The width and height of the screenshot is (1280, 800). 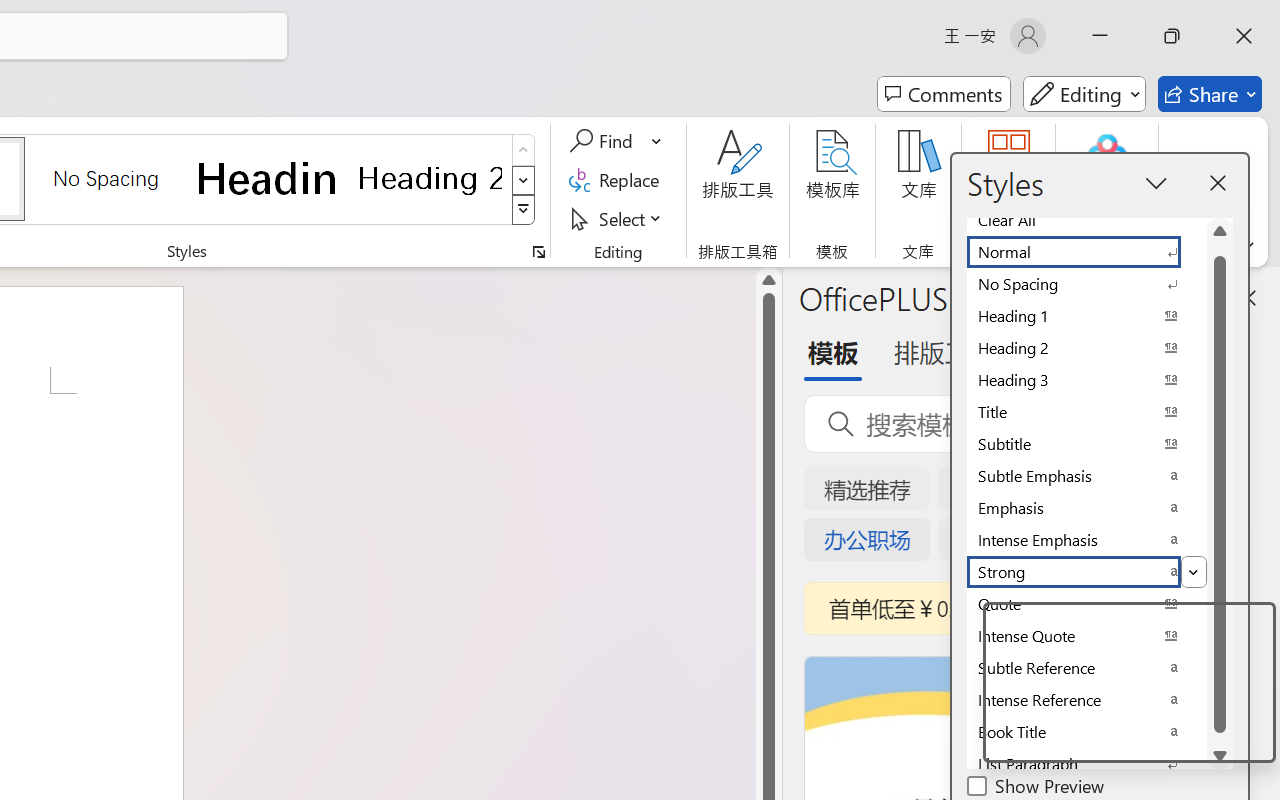 What do you see at coordinates (524, 210) in the screenshot?
I see `'Class: NetUIImage'` at bounding box center [524, 210].